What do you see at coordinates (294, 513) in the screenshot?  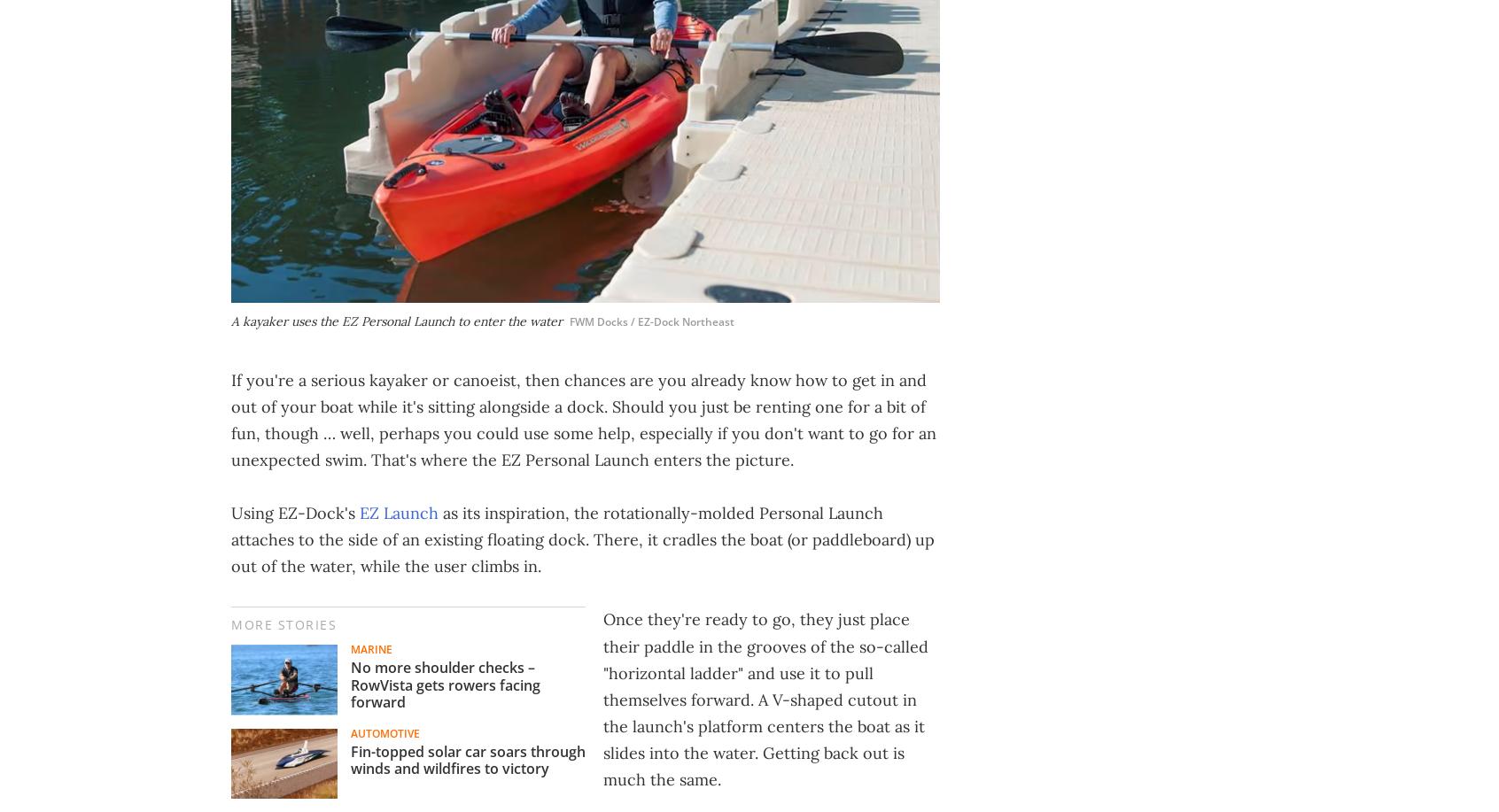 I see `'Using EZ-Dock's'` at bounding box center [294, 513].